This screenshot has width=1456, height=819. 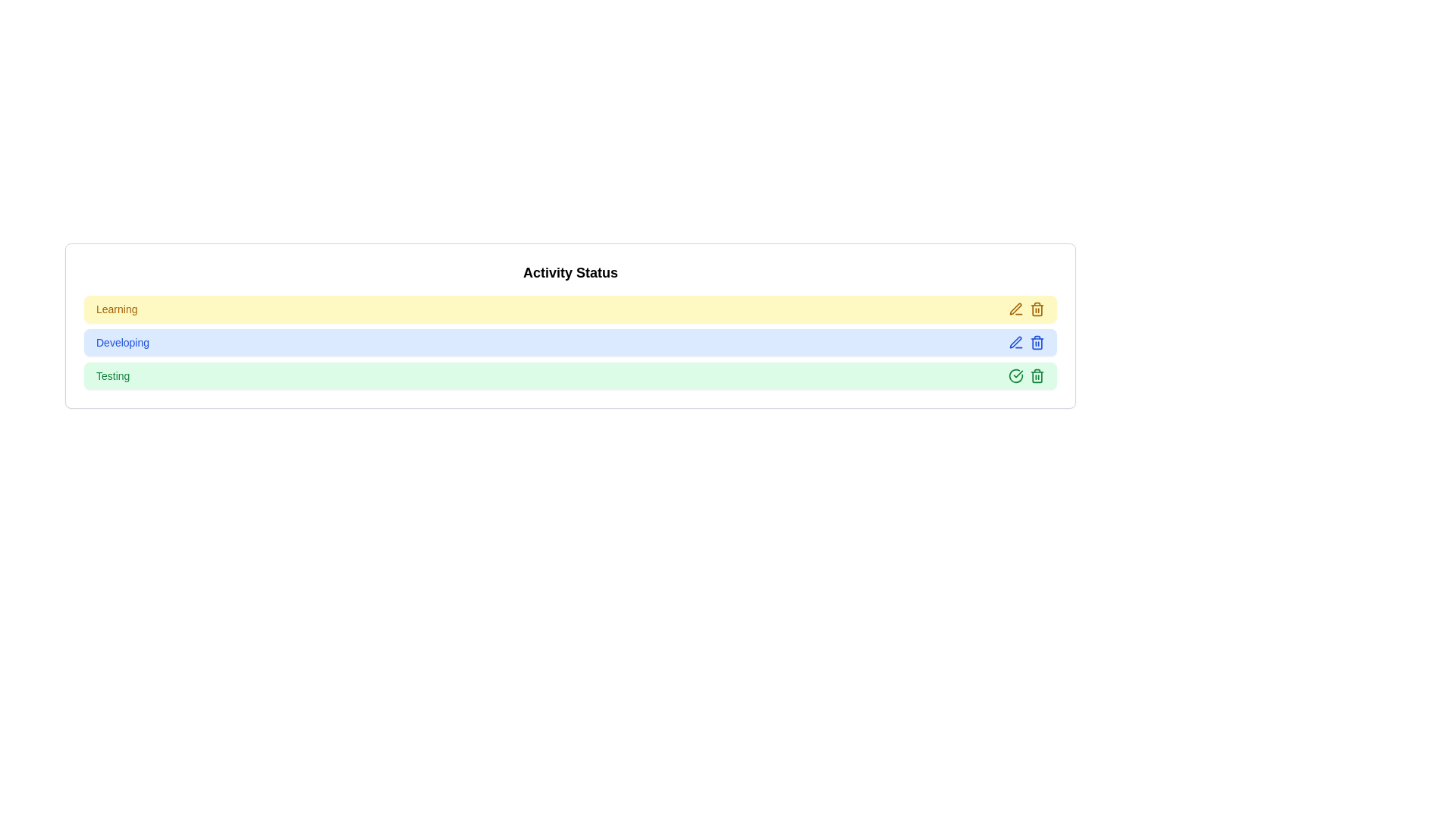 I want to click on trash icon for the item labeled 'Developing' to delete it, so click(x=1037, y=342).